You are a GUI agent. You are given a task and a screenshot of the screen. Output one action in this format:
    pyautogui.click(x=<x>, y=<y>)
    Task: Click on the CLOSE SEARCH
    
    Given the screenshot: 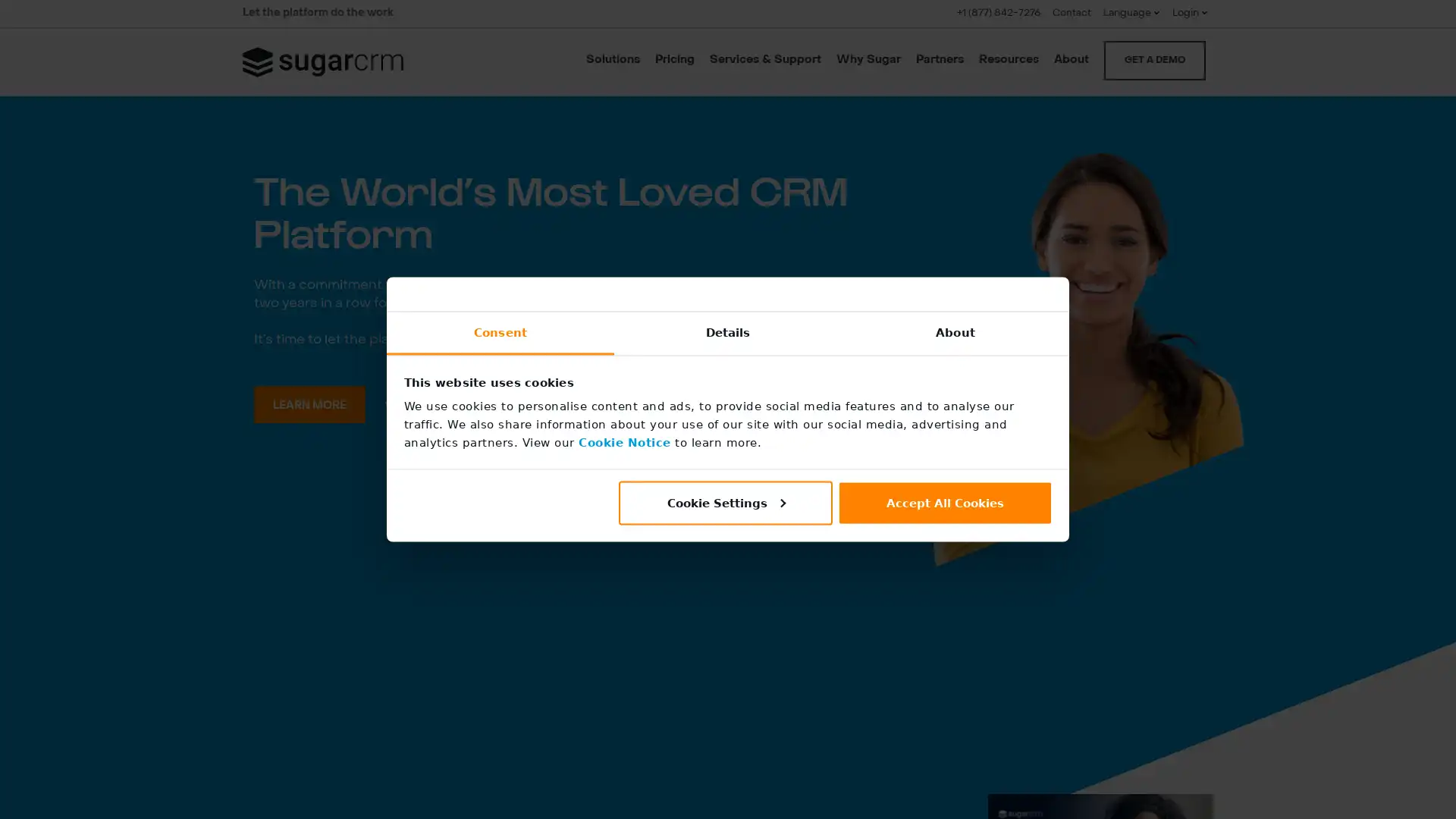 What is the action you would take?
    pyautogui.click(x=1438, y=72)
    